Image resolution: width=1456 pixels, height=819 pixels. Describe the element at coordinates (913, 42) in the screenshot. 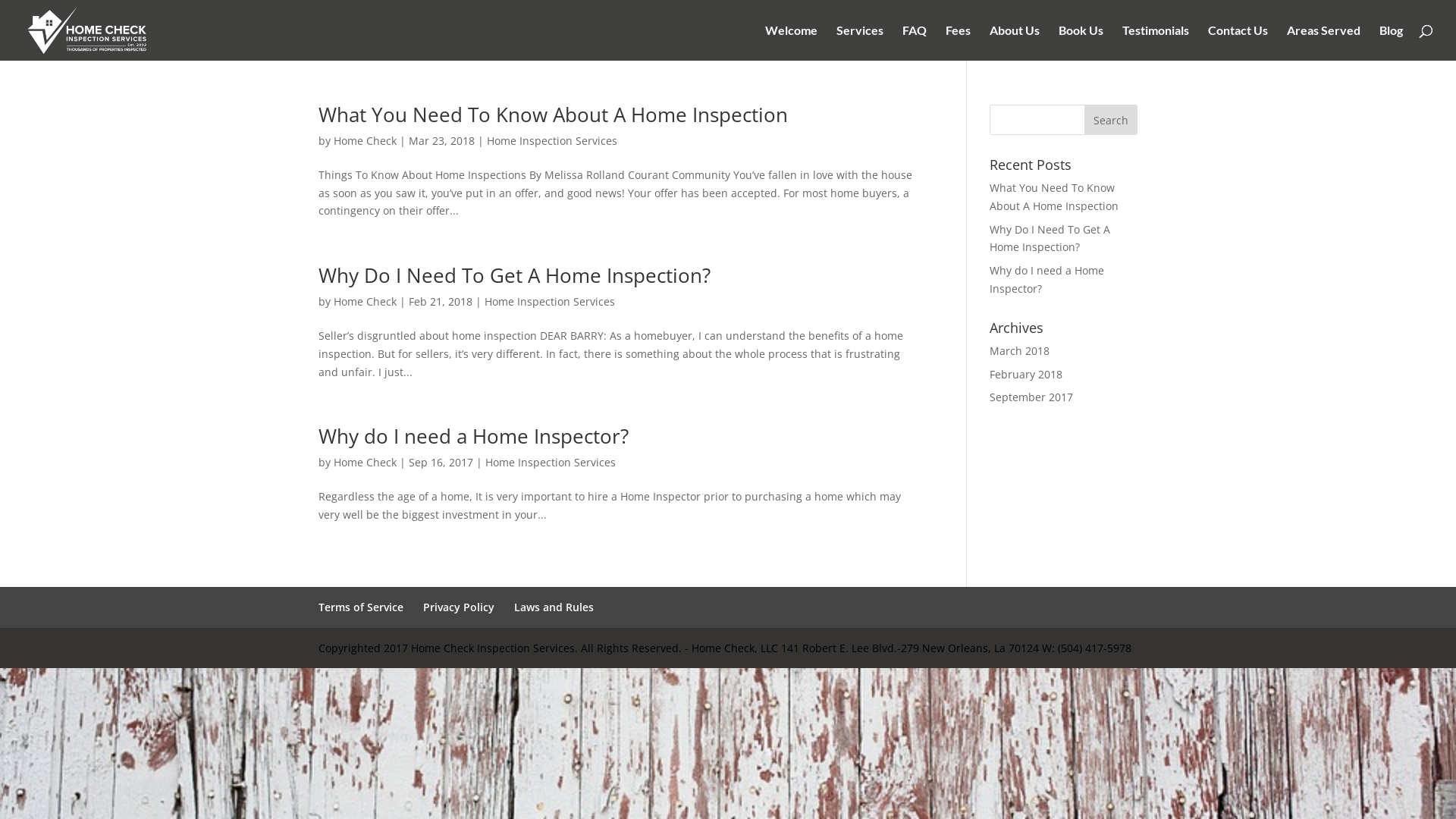

I see `'FAQ'` at that location.